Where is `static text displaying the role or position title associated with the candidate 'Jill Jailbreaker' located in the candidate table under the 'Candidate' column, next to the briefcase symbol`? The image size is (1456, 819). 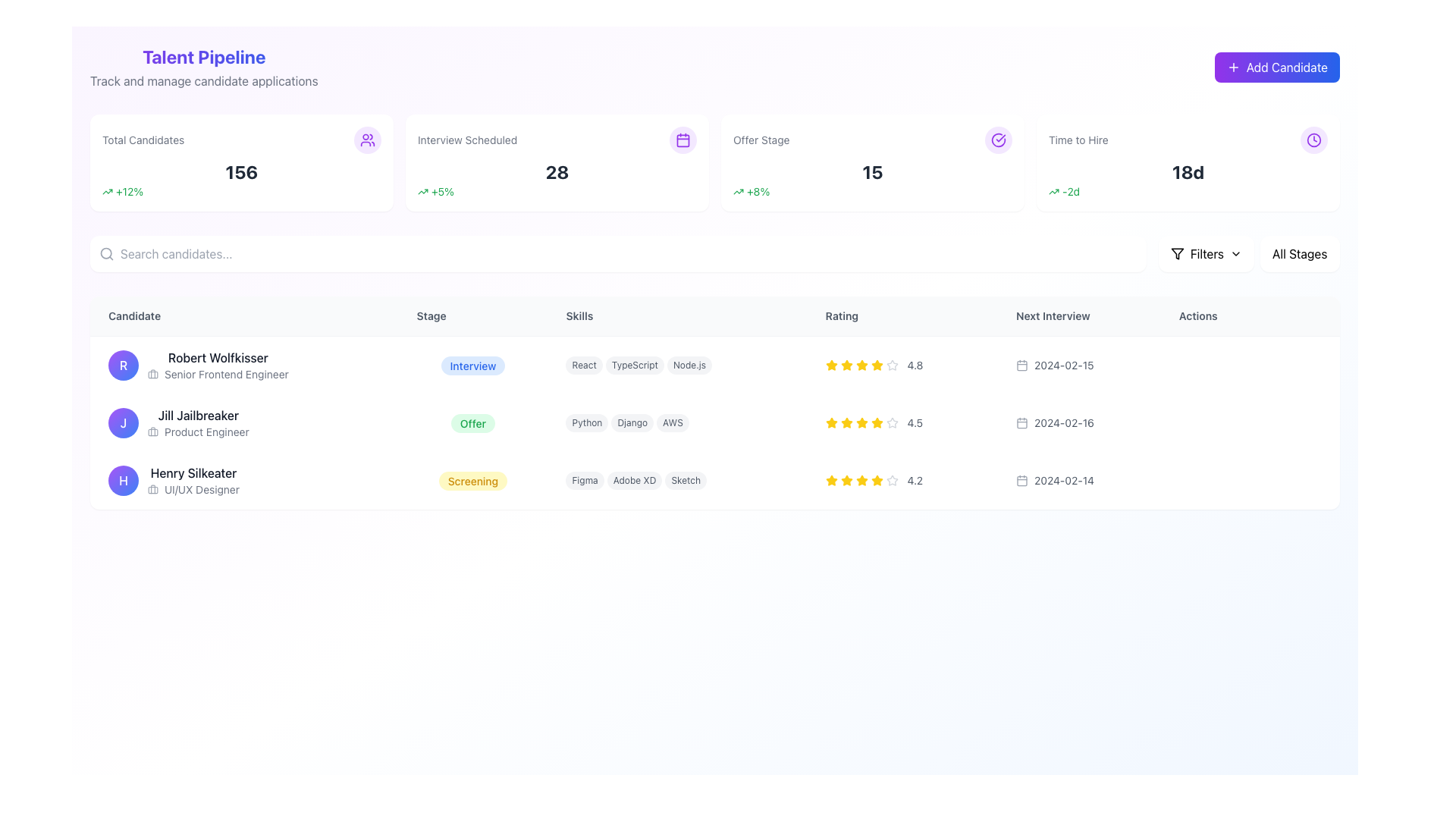 static text displaying the role or position title associated with the candidate 'Jill Jailbreaker' located in the candidate table under the 'Candidate' column, next to the briefcase symbol is located at coordinates (206, 432).